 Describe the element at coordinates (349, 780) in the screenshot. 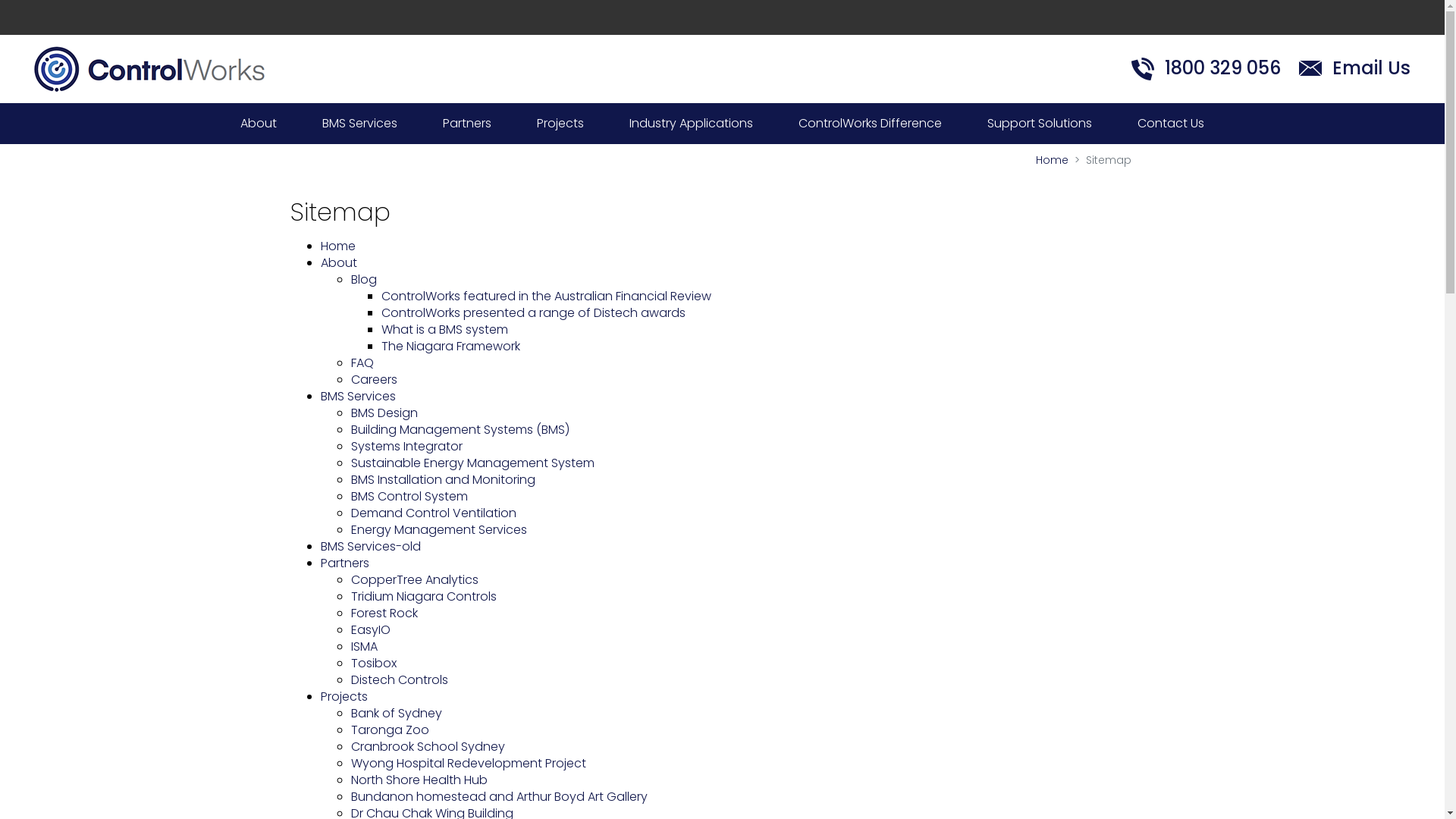

I see `'North Shore Health Hub'` at that location.